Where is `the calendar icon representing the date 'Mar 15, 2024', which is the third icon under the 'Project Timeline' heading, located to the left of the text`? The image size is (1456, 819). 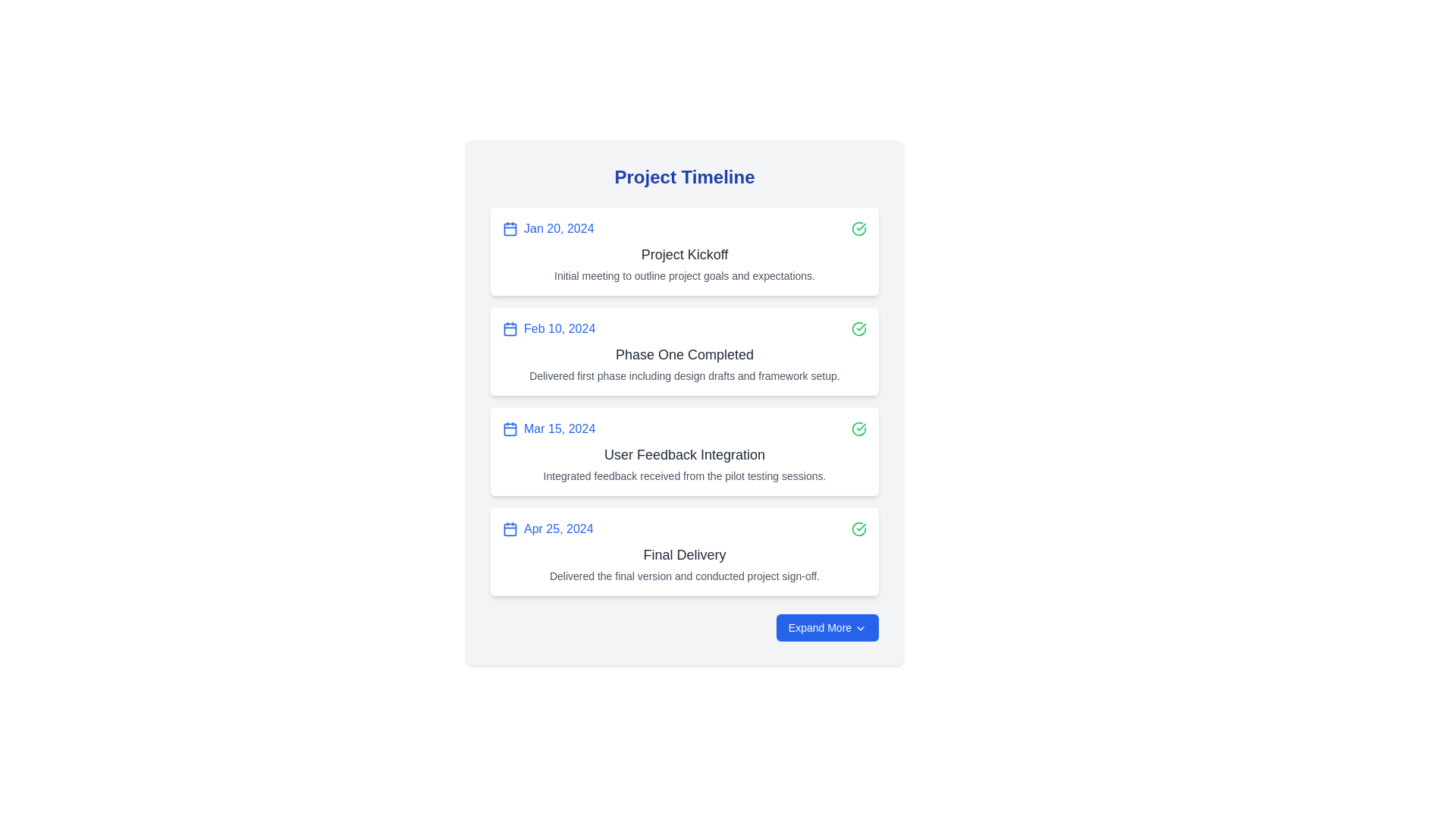 the calendar icon representing the date 'Mar 15, 2024', which is the third icon under the 'Project Timeline' heading, located to the left of the text is located at coordinates (510, 429).